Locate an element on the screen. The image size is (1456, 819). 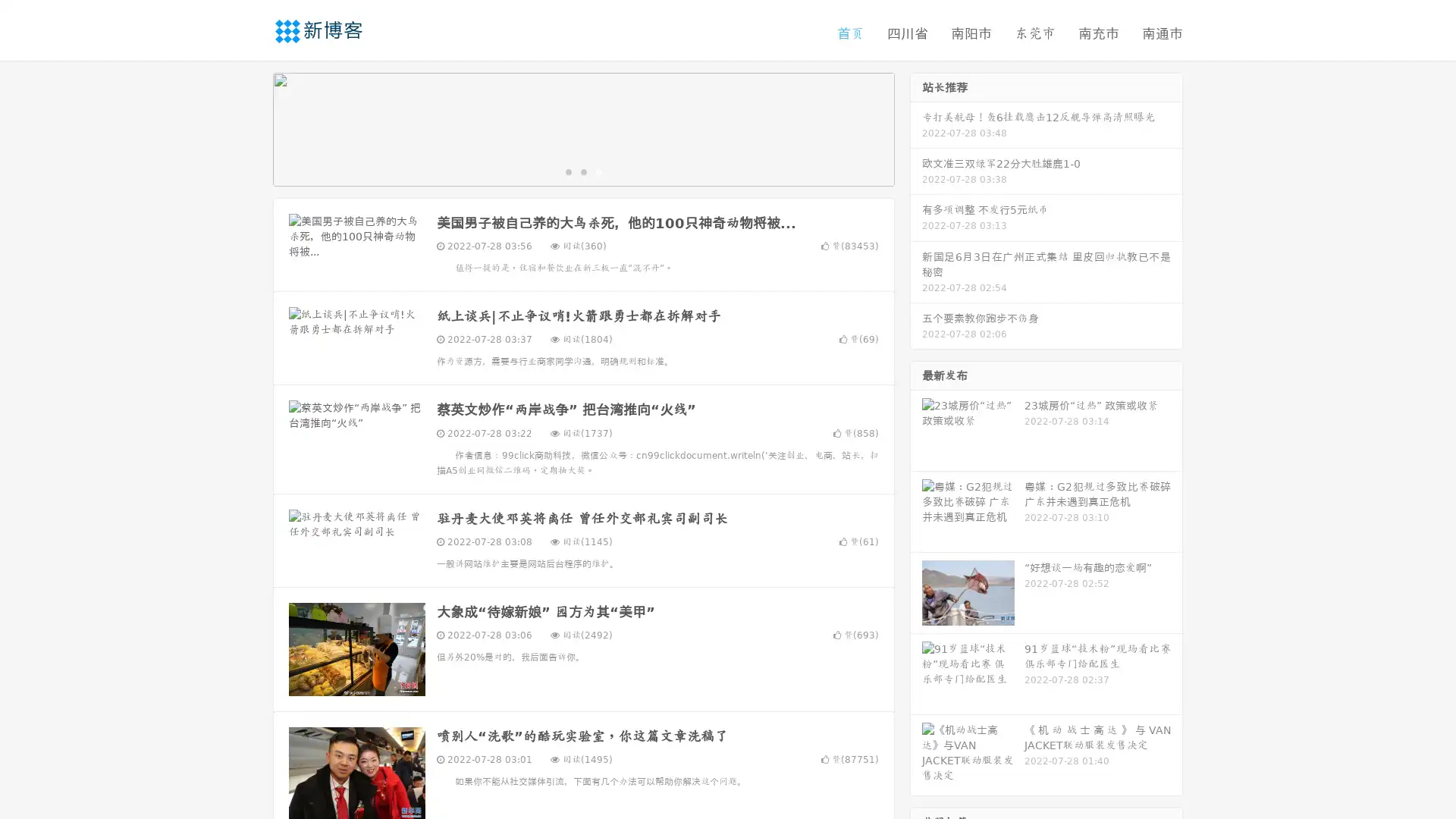
Go to slide 2 is located at coordinates (582, 171).